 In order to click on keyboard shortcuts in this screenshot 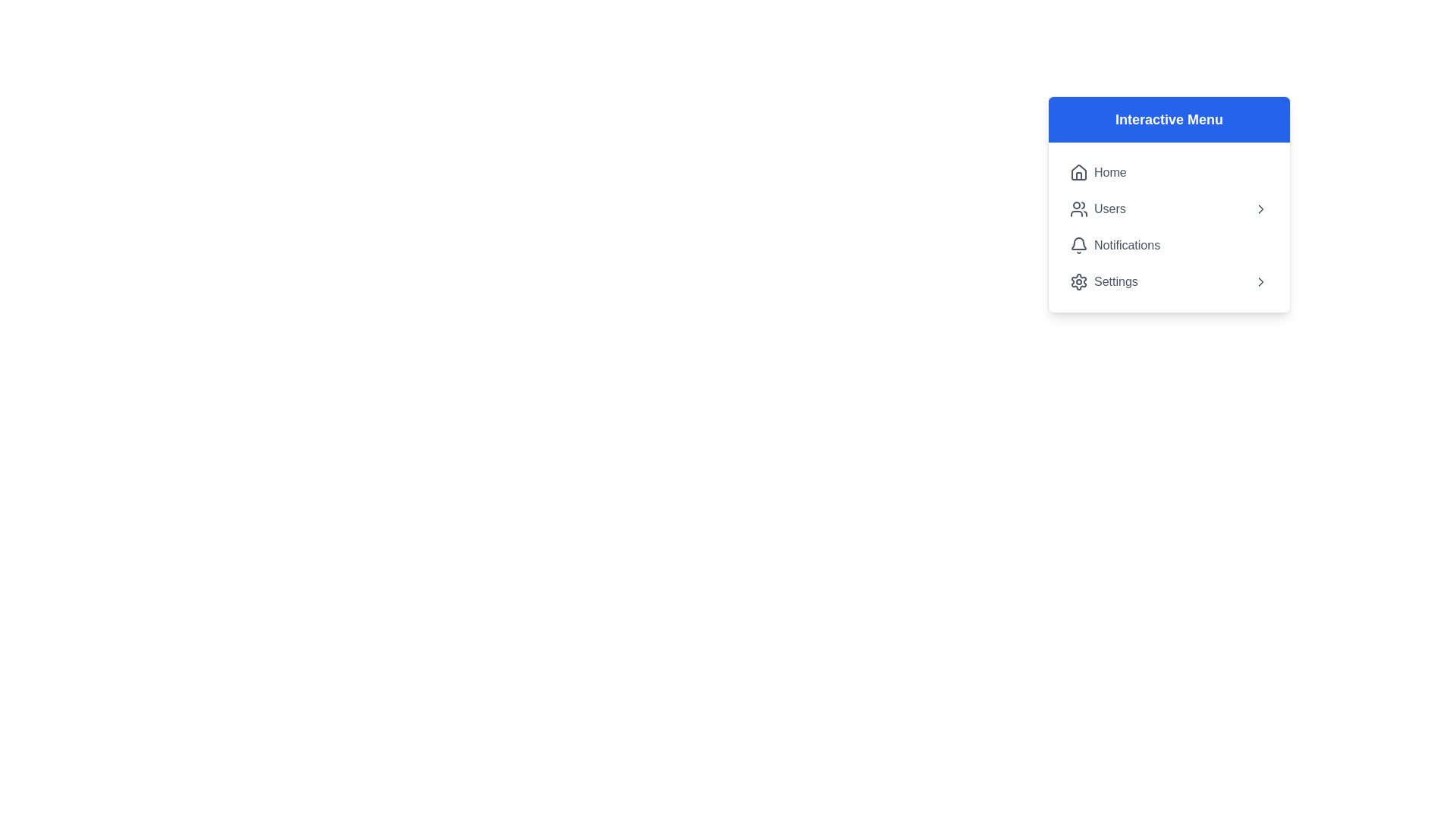, I will do `click(1078, 171)`.